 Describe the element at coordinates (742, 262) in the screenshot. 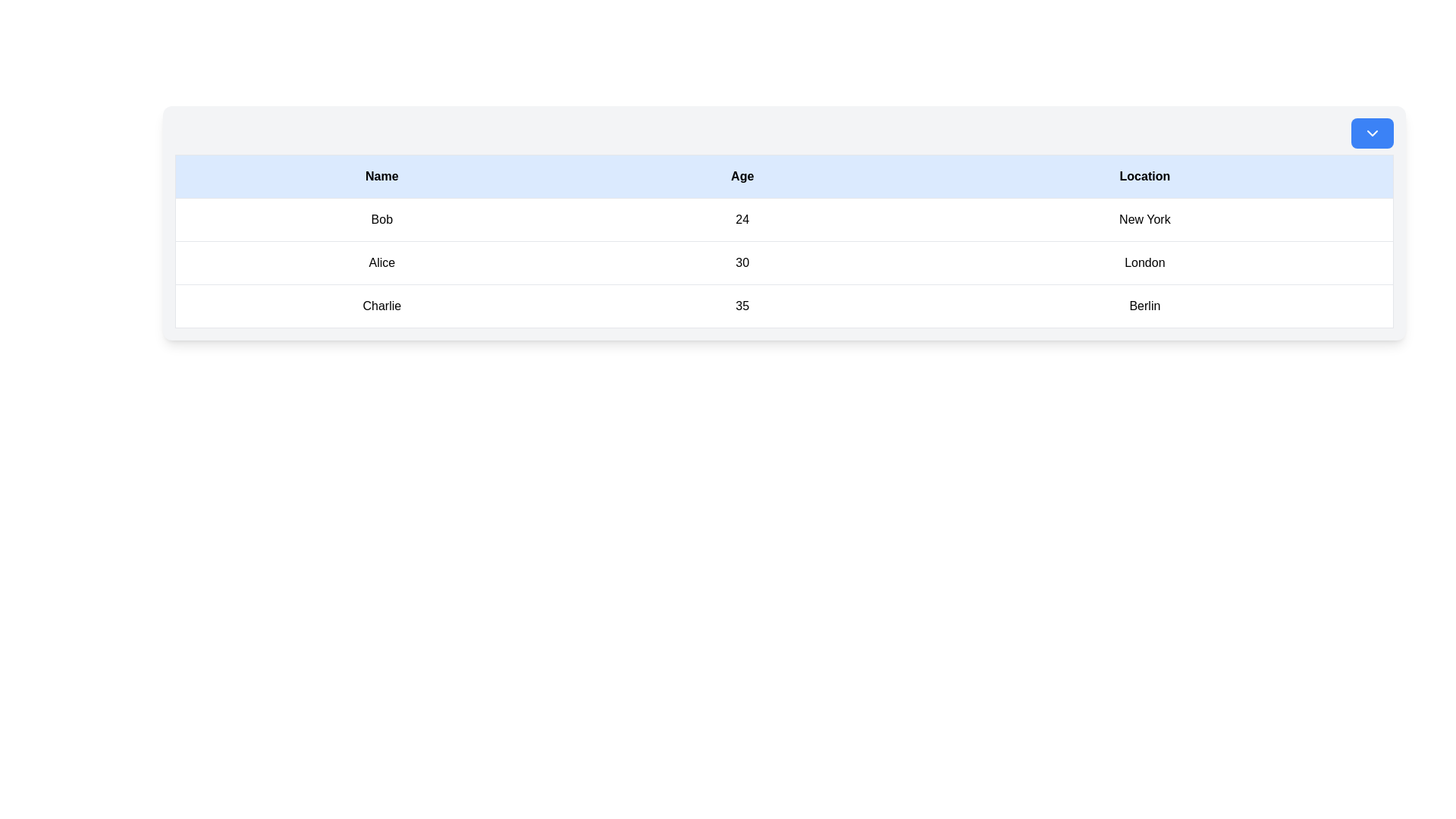

I see `the informational text cell displaying the age value for 'Alice' in the second row of the table under the 'Age' column` at that location.